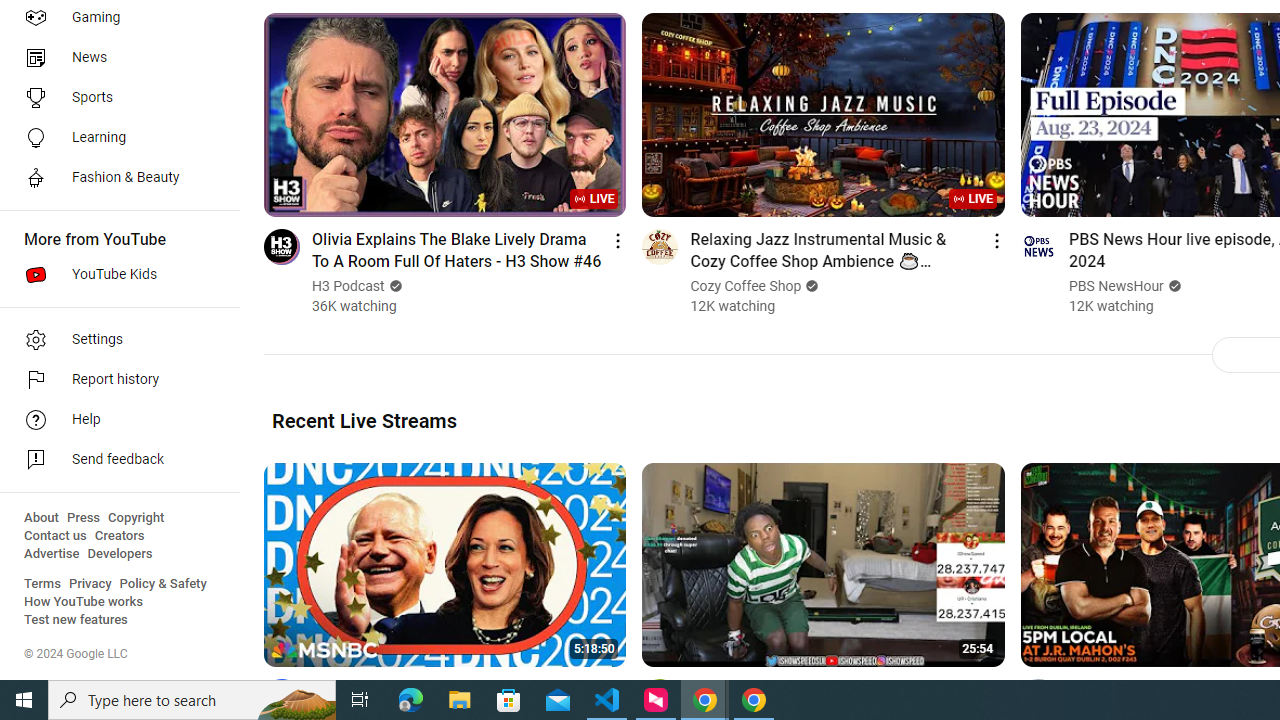  What do you see at coordinates (112, 56) in the screenshot?
I see `'News'` at bounding box center [112, 56].